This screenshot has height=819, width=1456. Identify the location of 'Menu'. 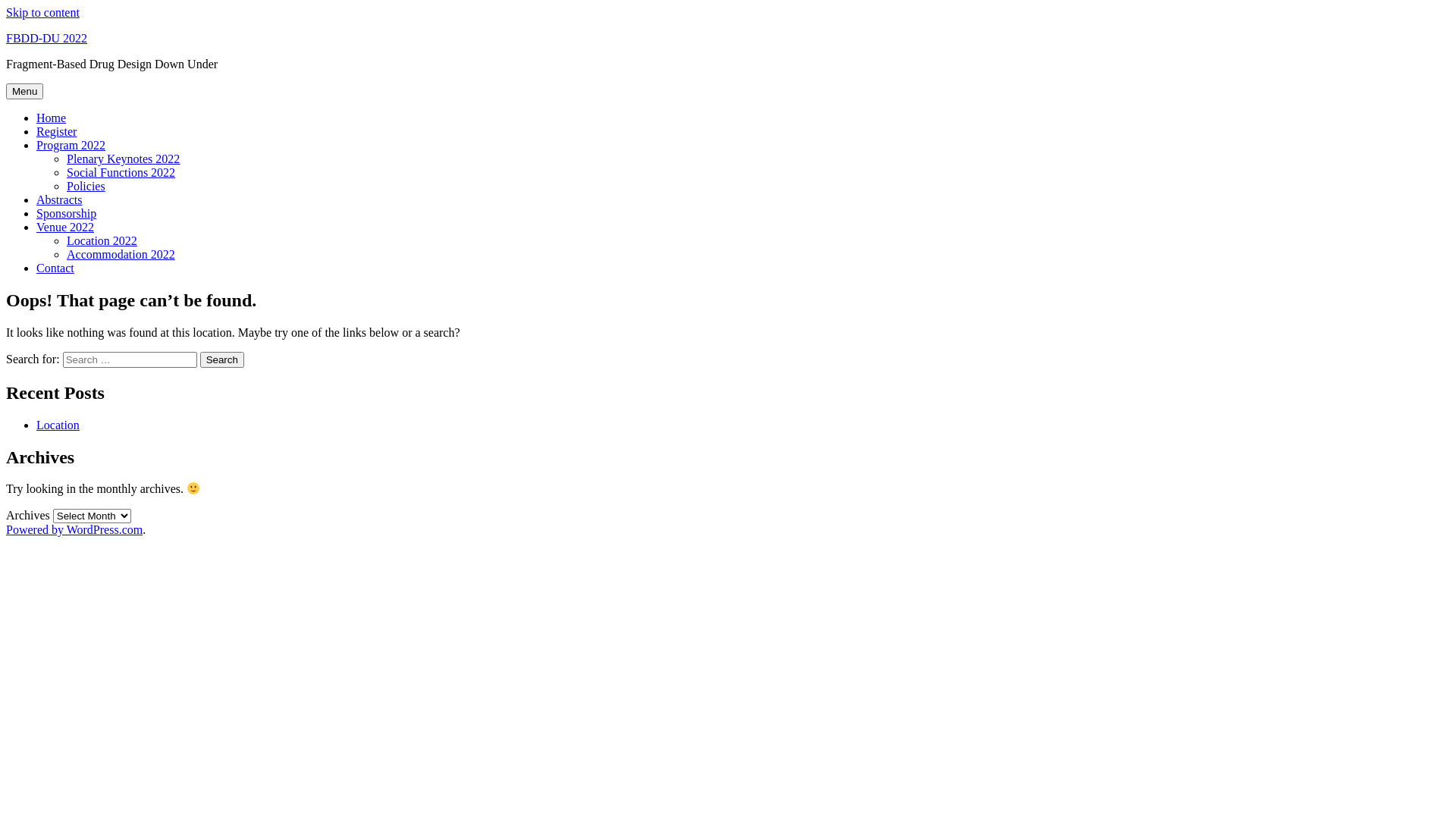
(24, 91).